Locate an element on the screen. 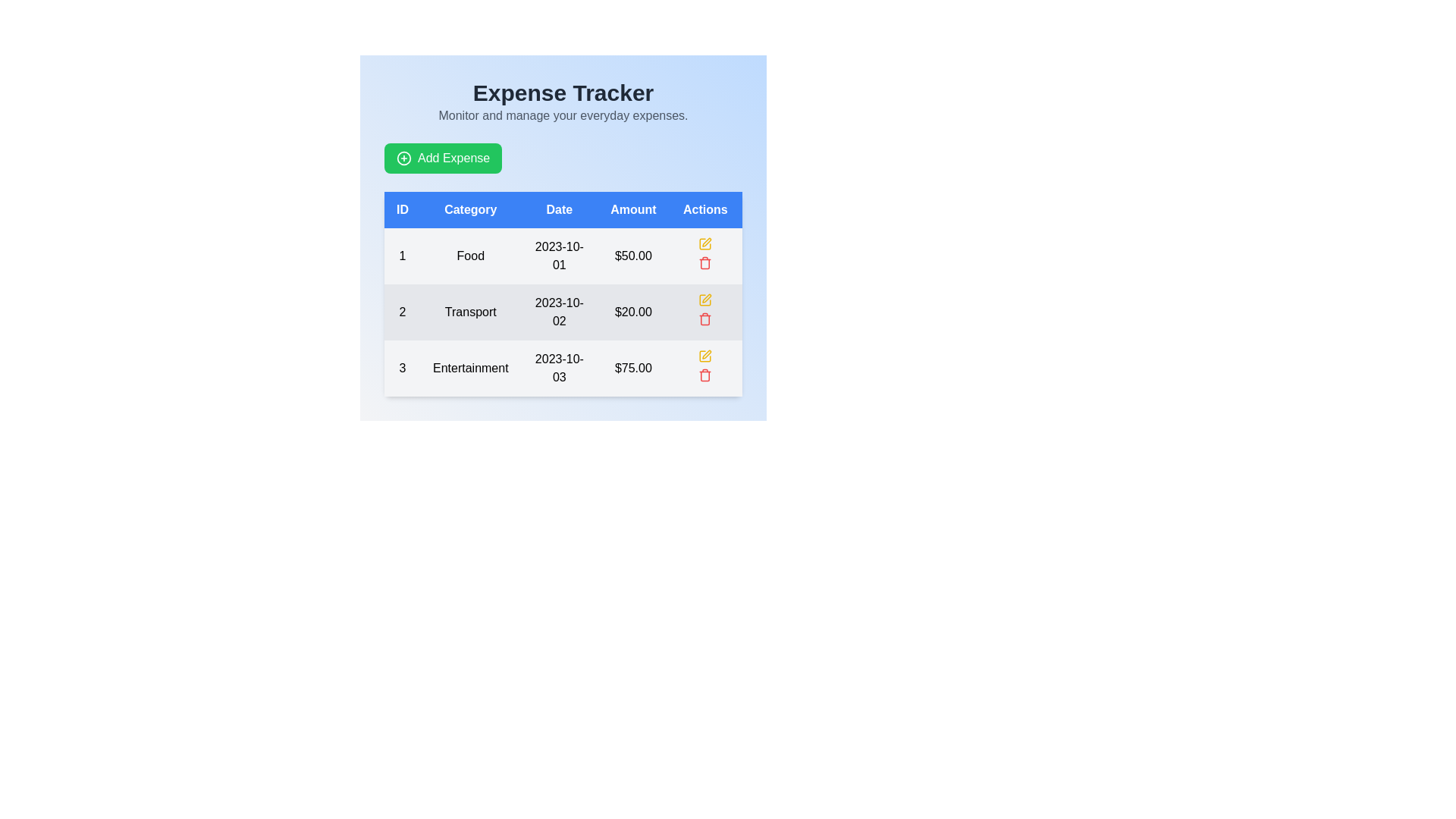  the table header row with blue background and white text to interact with column headers for sorting functionality is located at coordinates (563, 210).